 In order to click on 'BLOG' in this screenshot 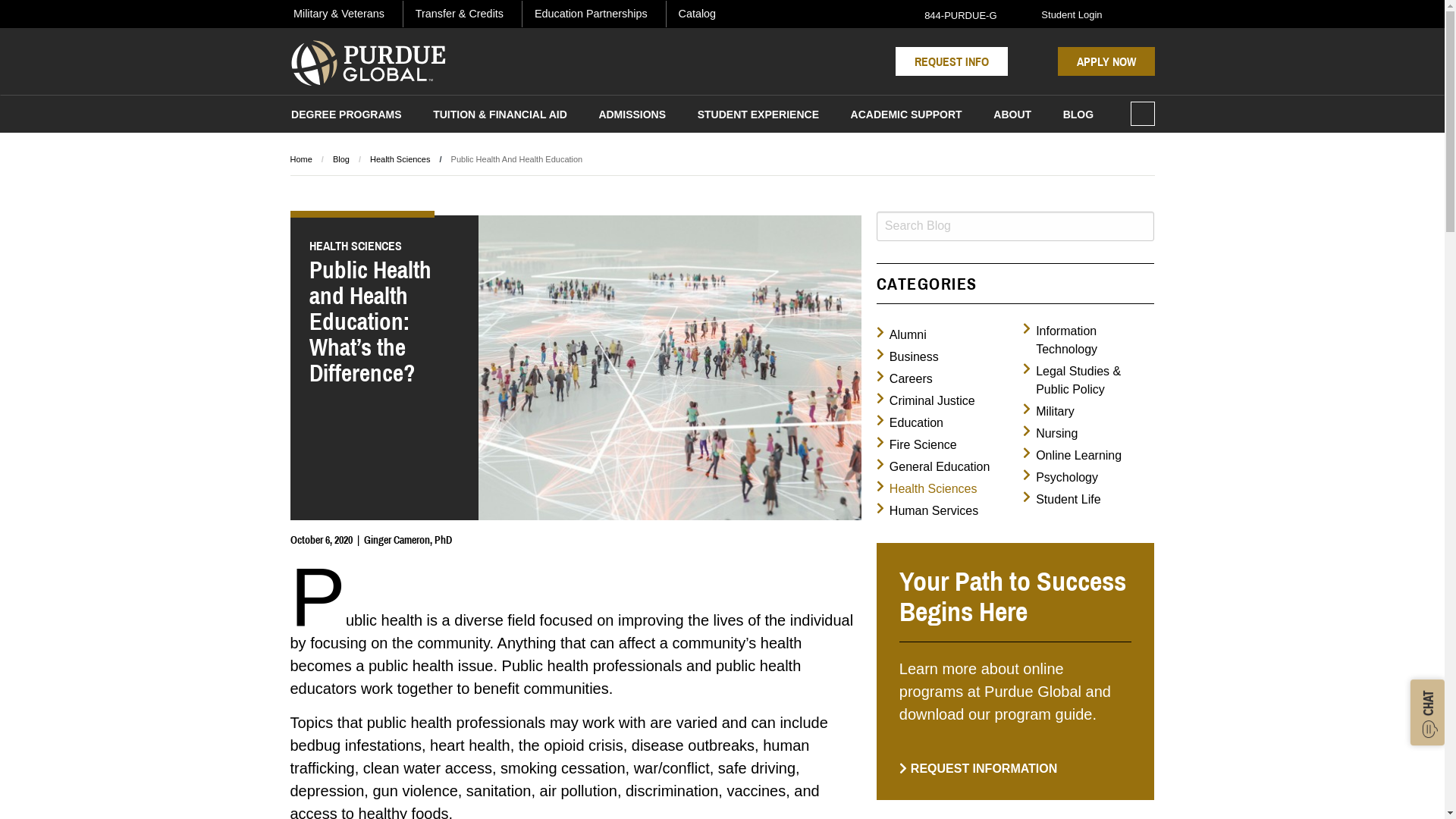, I will do `click(1077, 116)`.